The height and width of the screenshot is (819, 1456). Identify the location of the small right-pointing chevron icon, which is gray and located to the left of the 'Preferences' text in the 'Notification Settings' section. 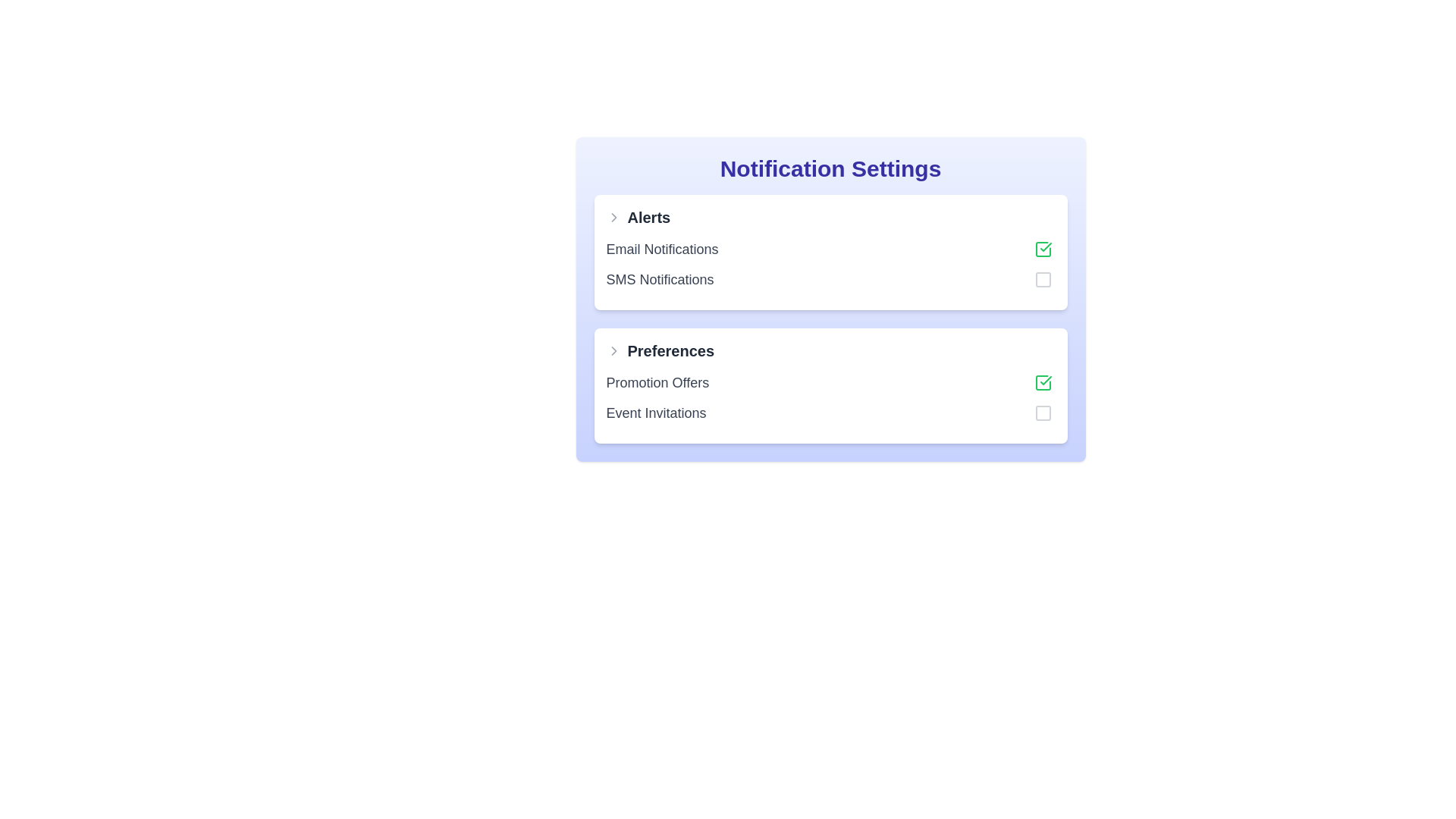
(613, 350).